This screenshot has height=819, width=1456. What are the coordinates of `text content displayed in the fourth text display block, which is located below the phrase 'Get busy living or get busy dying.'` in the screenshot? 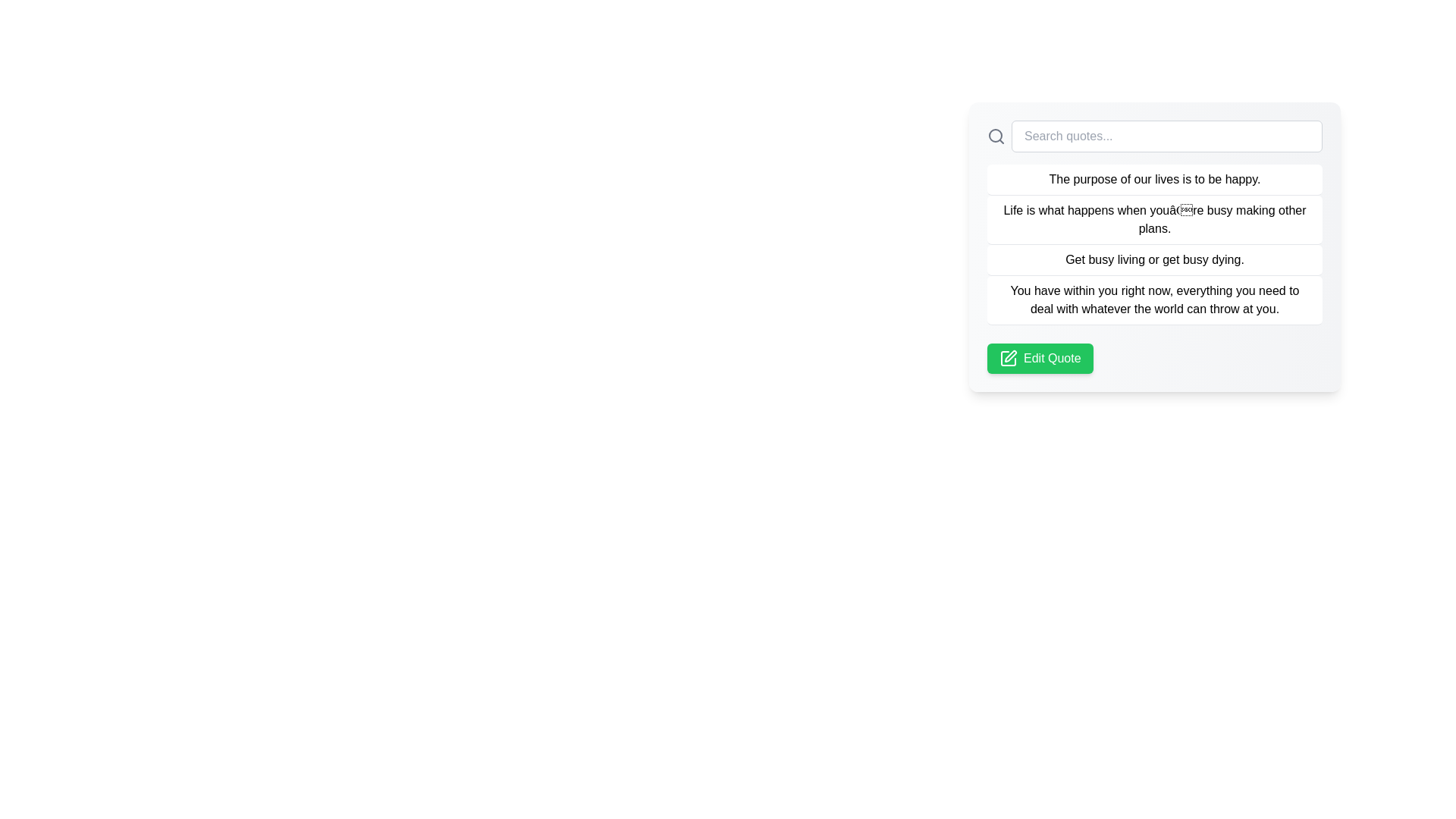 It's located at (1153, 300).